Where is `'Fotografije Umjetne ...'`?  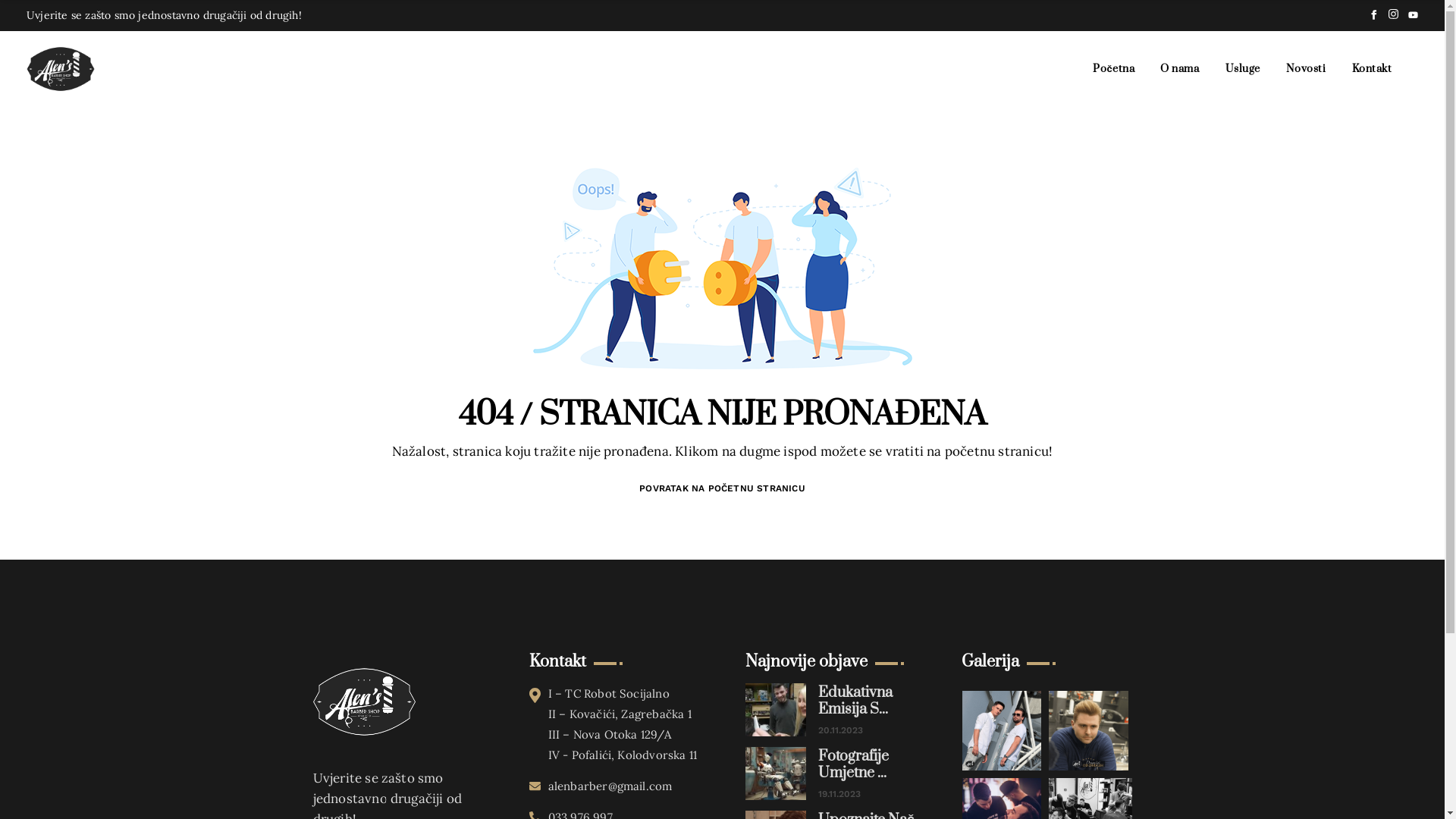
'Fotografije Umjetne ...' is located at coordinates (817, 765).